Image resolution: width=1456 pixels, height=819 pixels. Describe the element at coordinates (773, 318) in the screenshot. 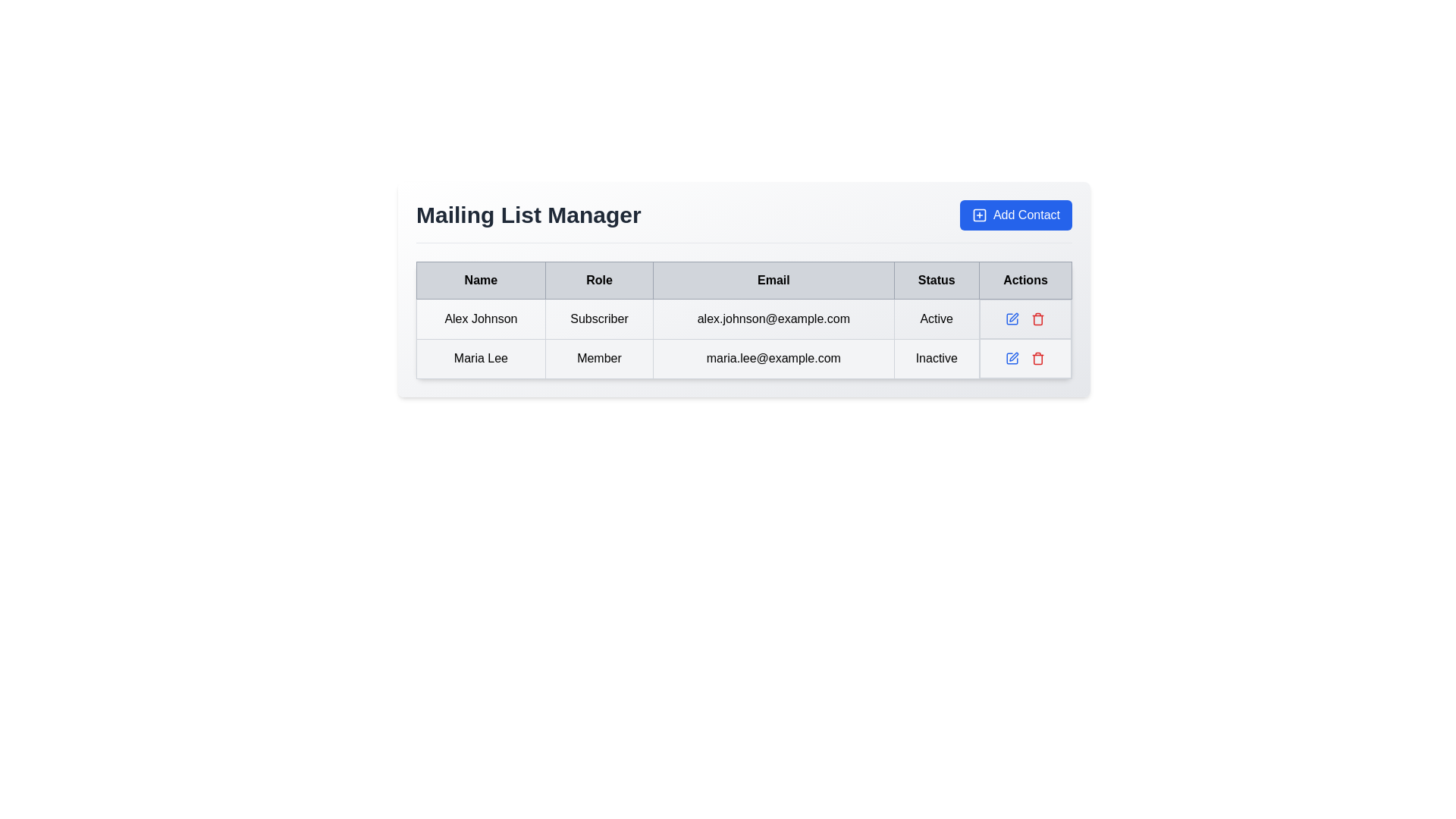

I see `the text display element showing the email address 'alex.johnson@example.com', located in the third column of the first row of the table` at that location.